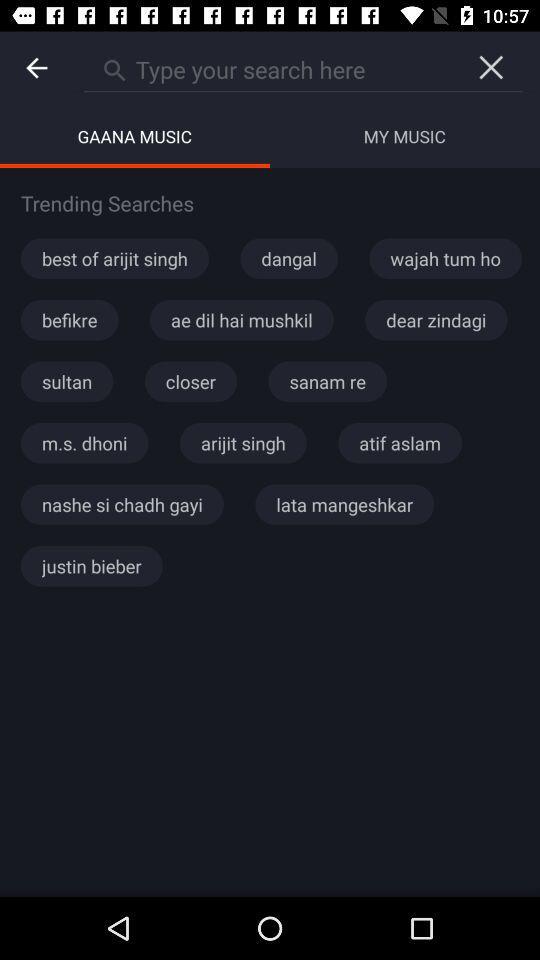 This screenshot has height=960, width=540. What do you see at coordinates (343, 503) in the screenshot?
I see `the item next to the nashe si chadh` at bounding box center [343, 503].